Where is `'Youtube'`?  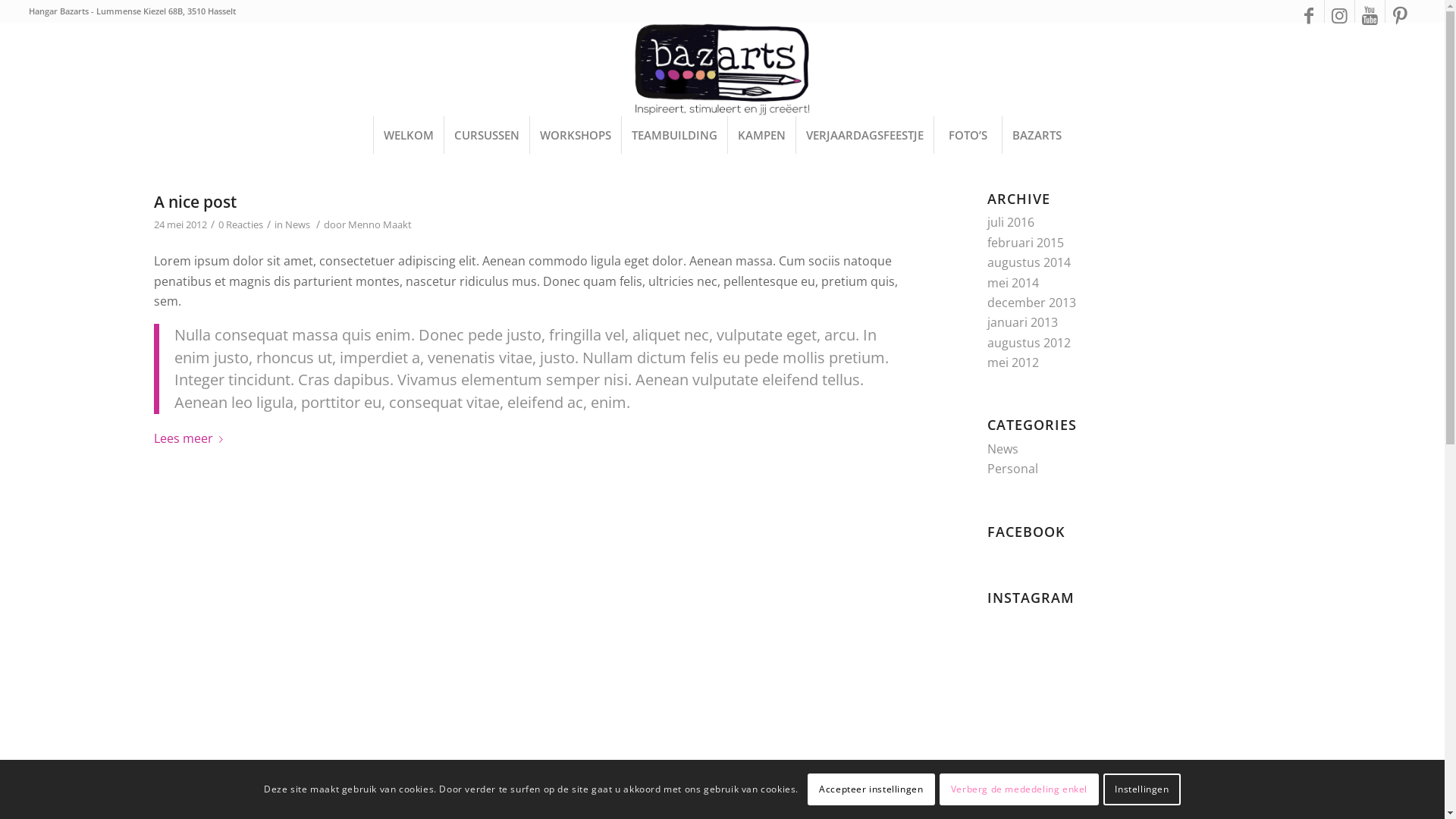 'Youtube' is located at coordinates (1370, 14).